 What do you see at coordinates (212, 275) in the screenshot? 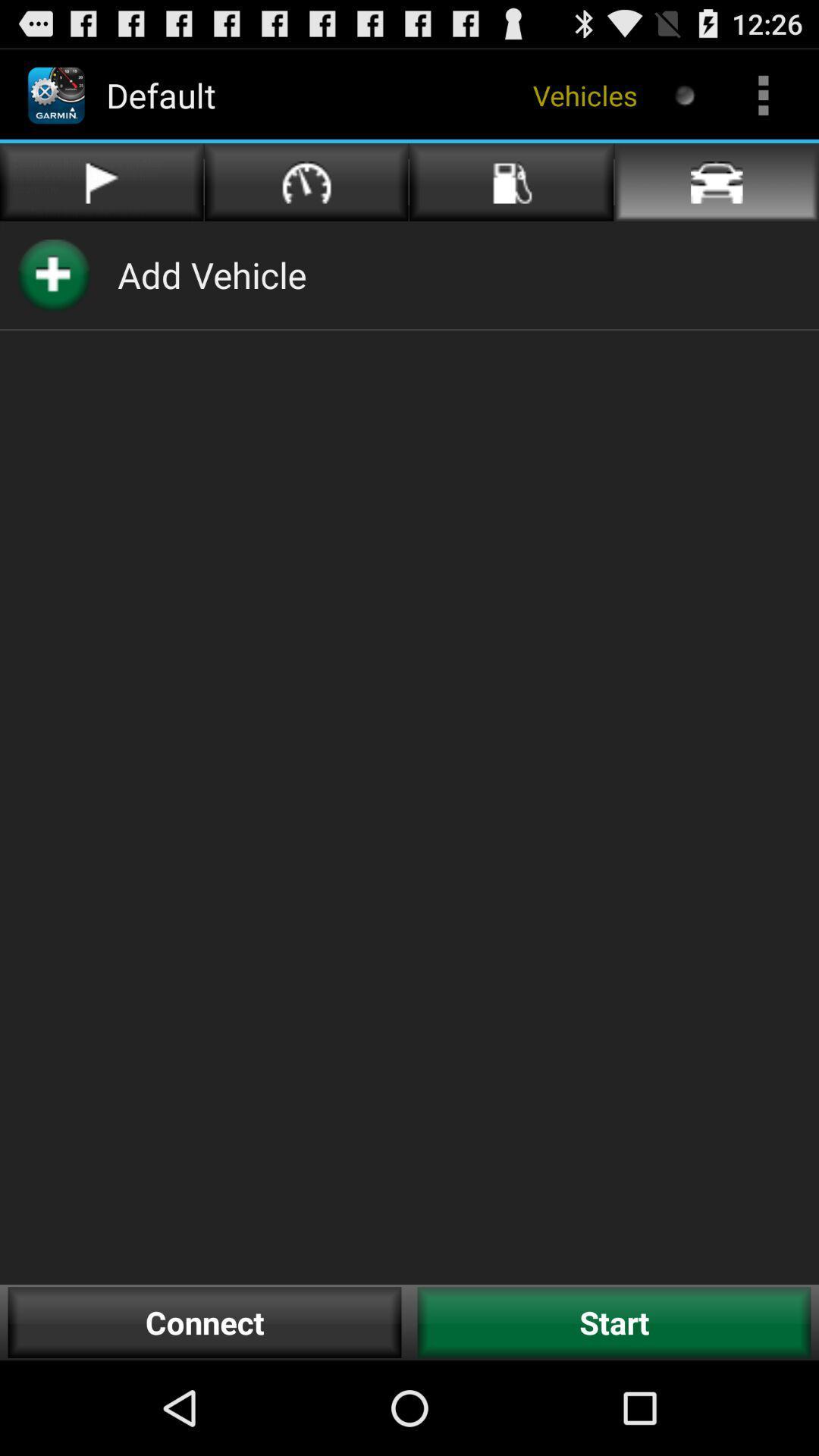
I see `add vehicle item` at bounding box center [212, 275].